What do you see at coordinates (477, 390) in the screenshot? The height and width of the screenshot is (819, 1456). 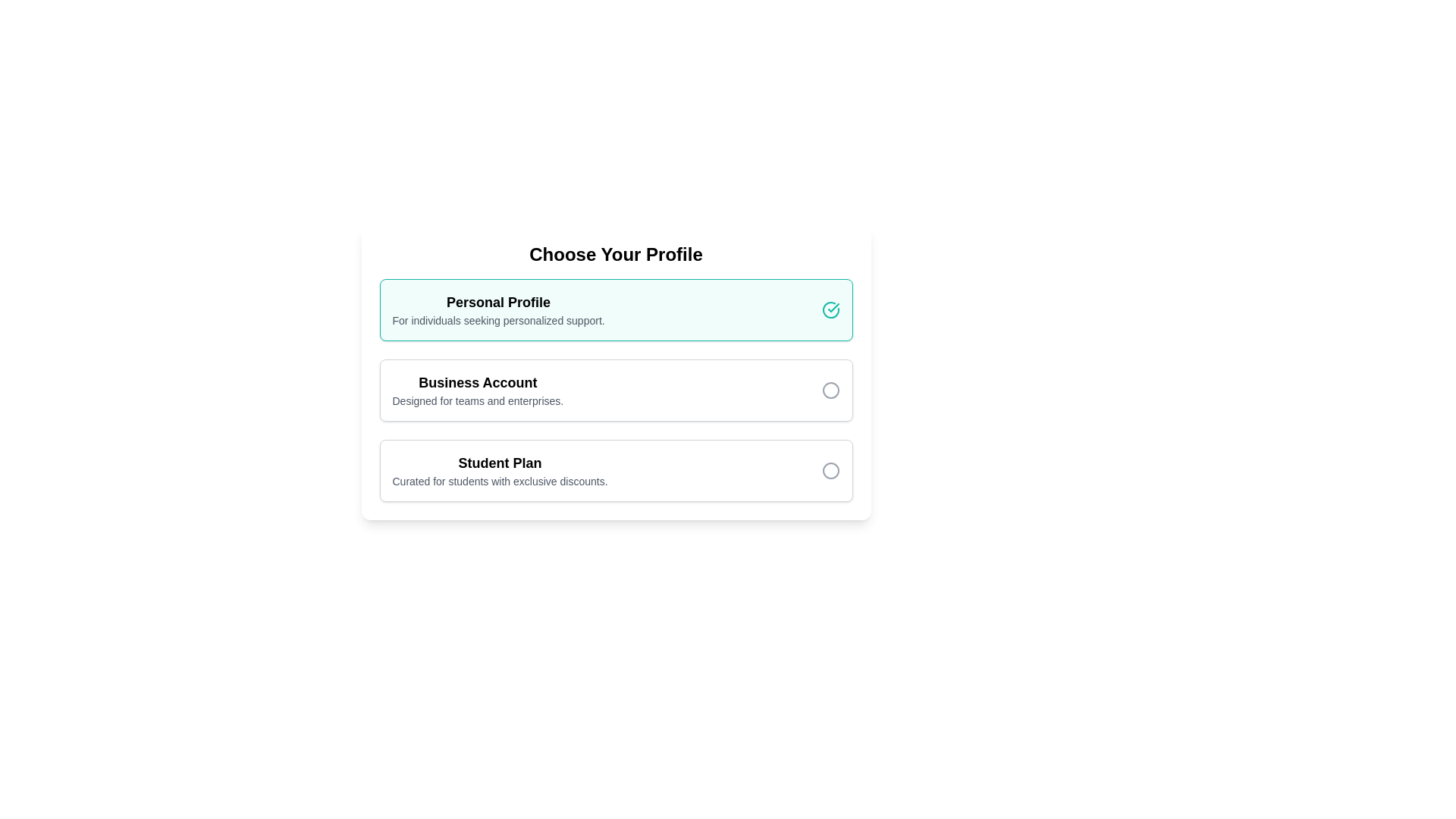 I see `the second selectable option in the vertical list of profile selections labeled 'Business Account' under 'Choose Your Profile'` at bounding box center [477, 390].